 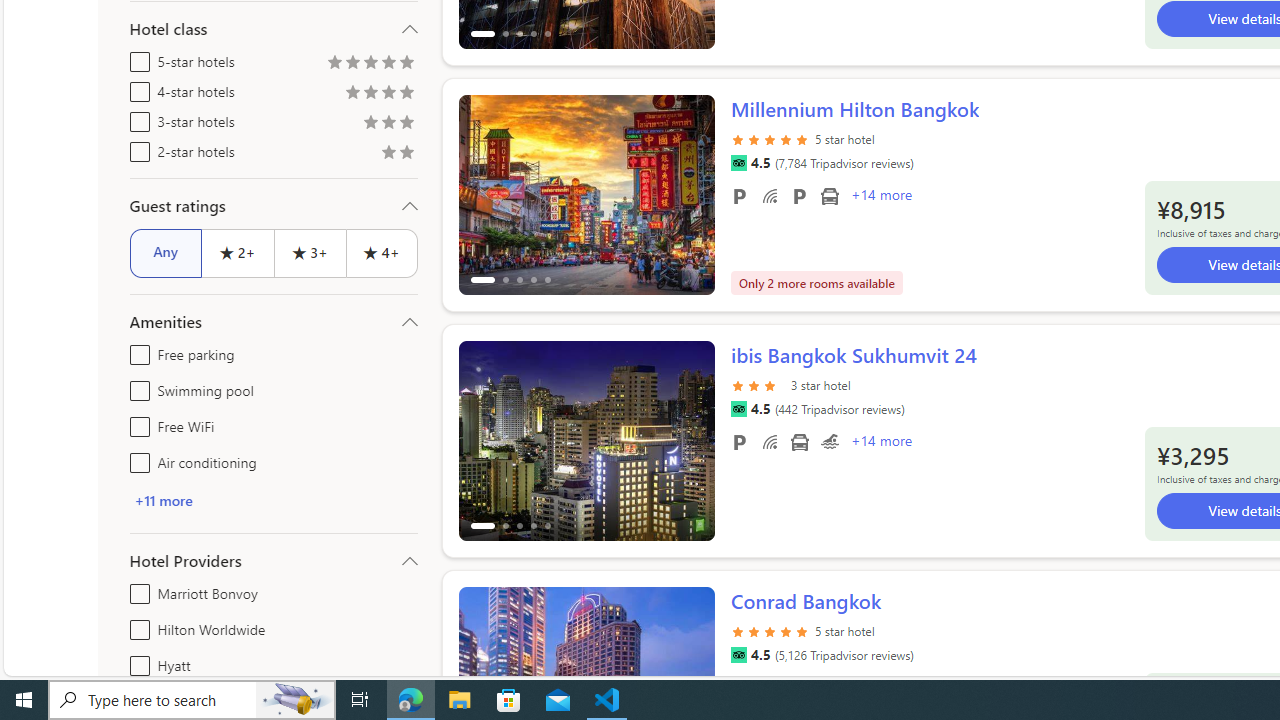 I want to click on 'Air conditioning', so click(x=135, y=459).